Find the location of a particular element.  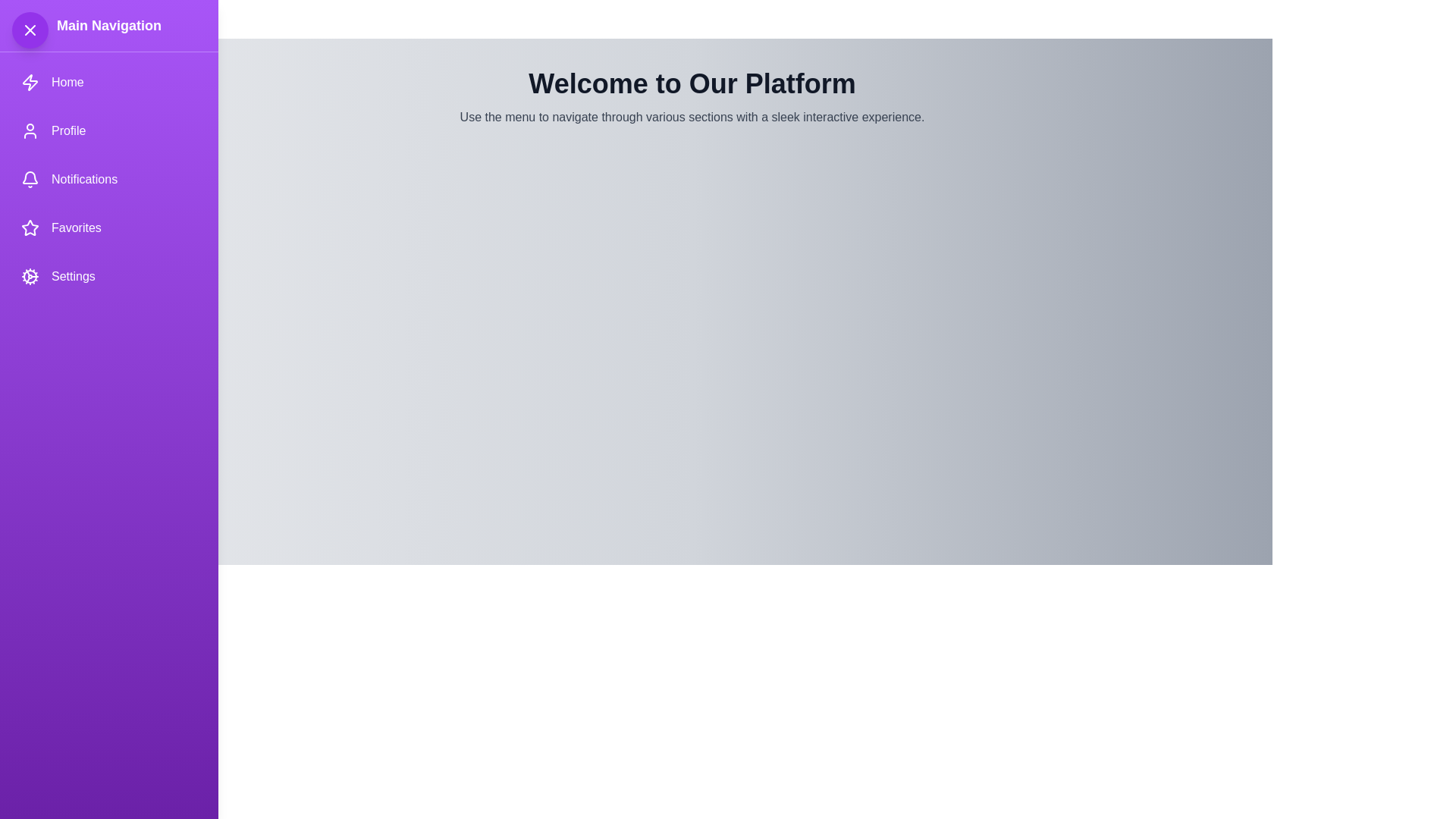

the navigation item Notifications to trigger its action is located at coordinates (108, 178).